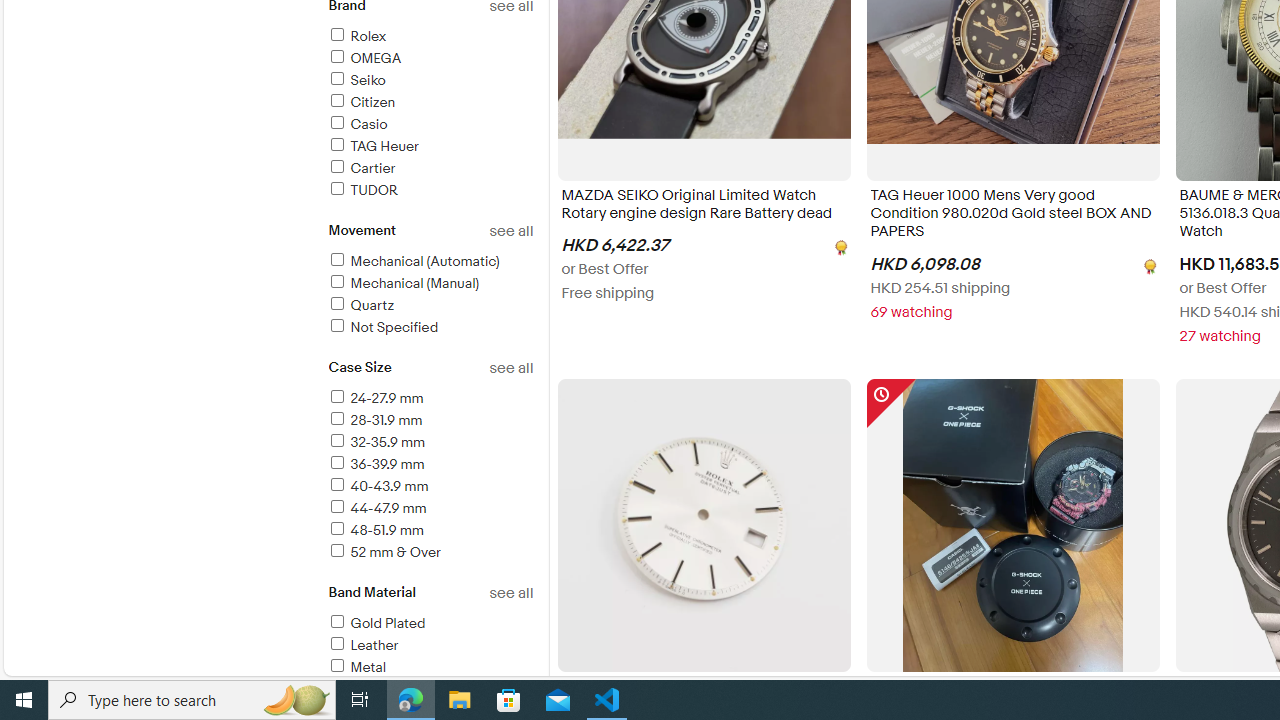  Describe the element at coordinates (362, 645) in the screenshot. I see `'Leather'` at that location.